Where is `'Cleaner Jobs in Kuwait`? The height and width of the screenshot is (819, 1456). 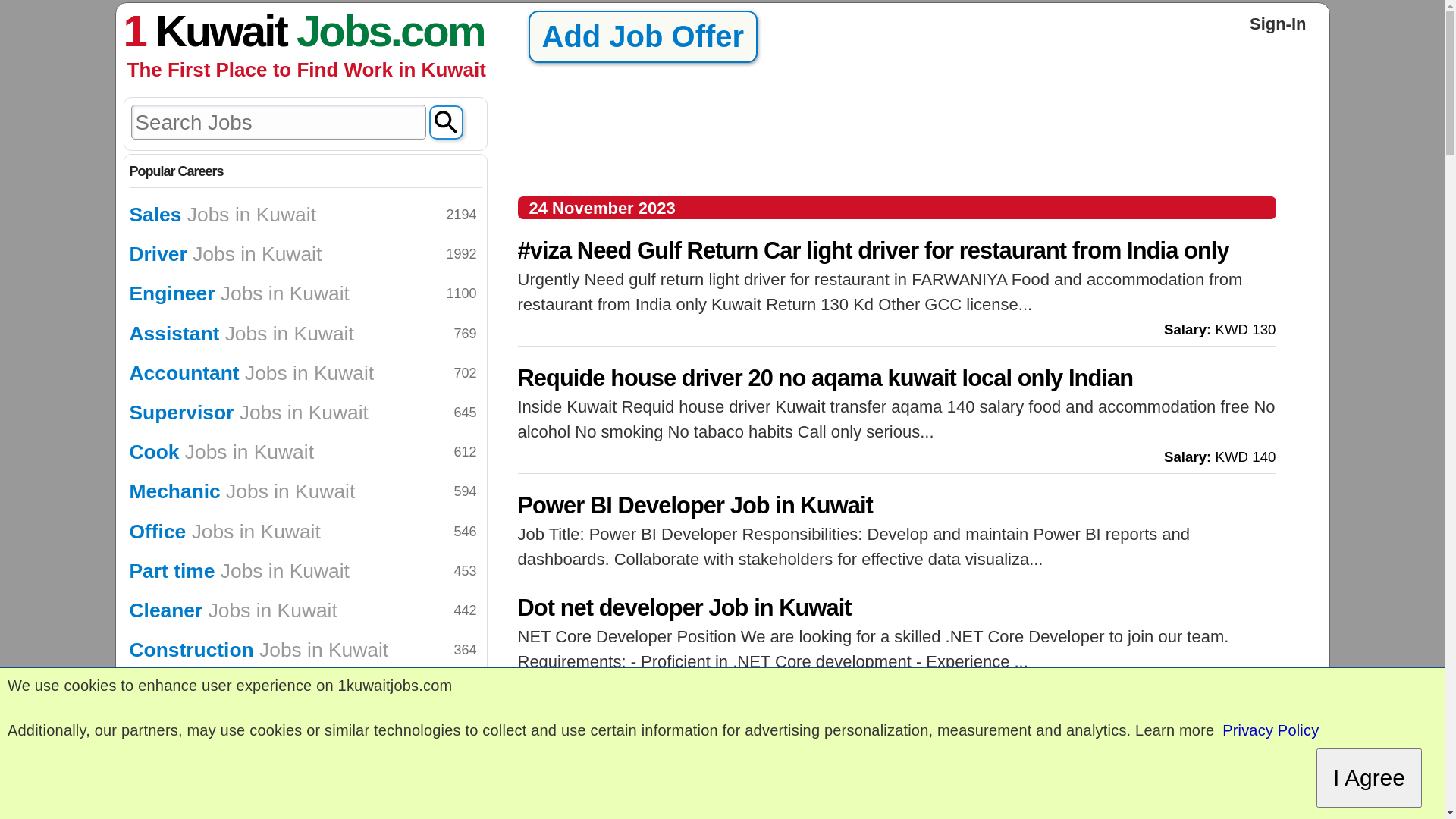
'Cleaner Jobs in Kuwait is located at coordinates (304, 610).